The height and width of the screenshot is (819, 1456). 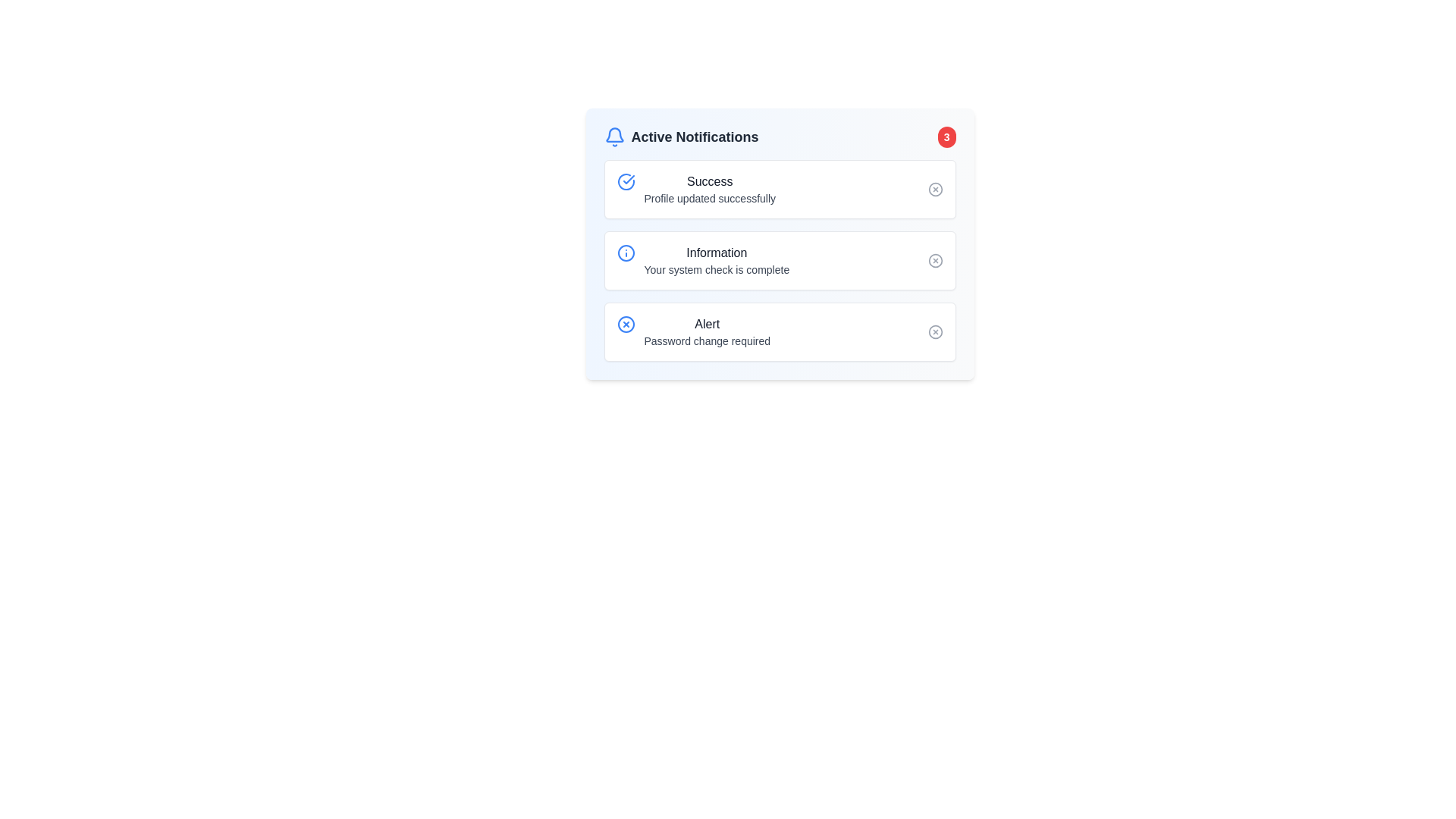 I want to click on the header text with an icon indicating the active notifications section, so click(x=680, y=137).